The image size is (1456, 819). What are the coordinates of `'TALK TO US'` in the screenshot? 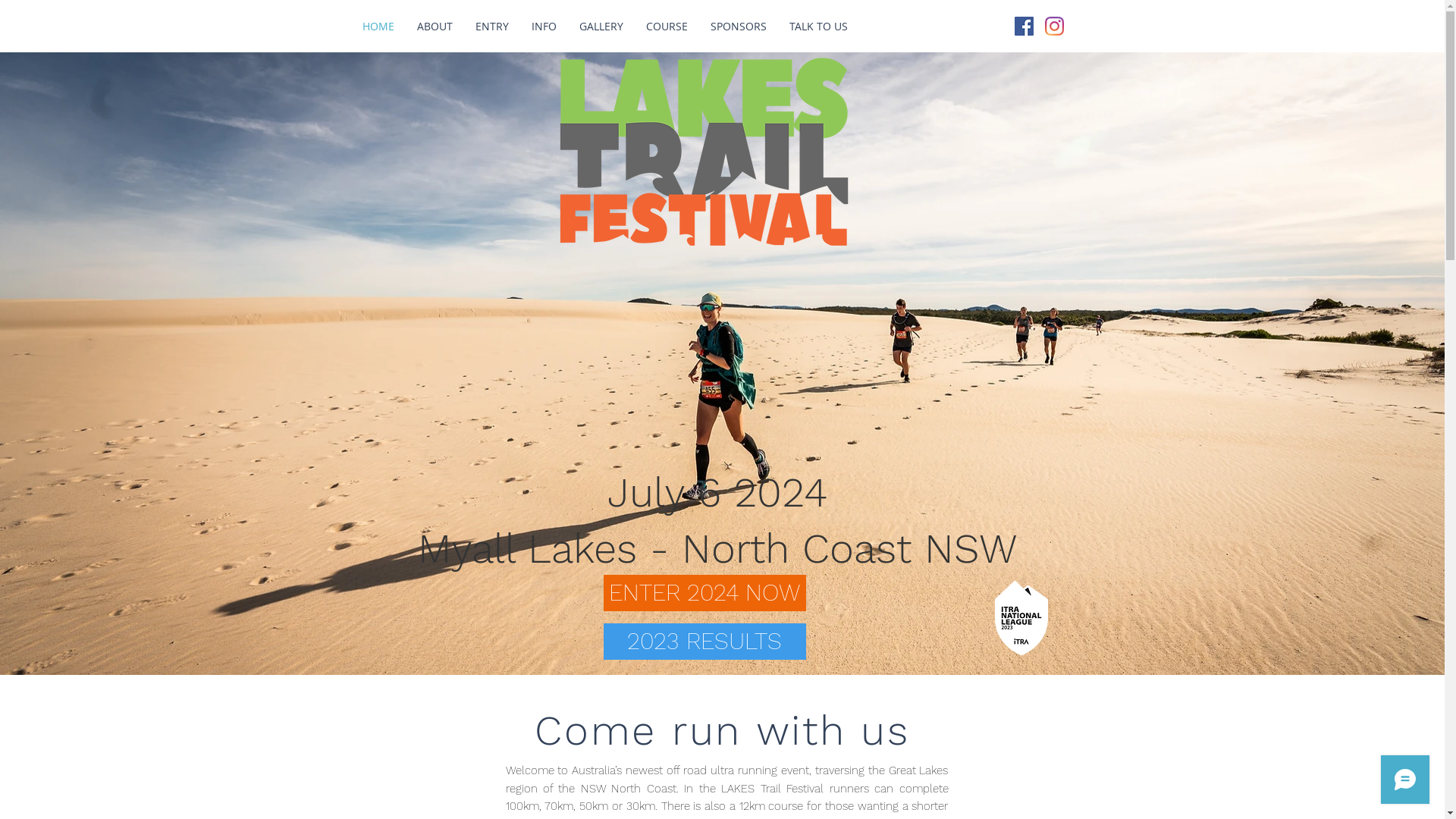 It's located at (817, 26).